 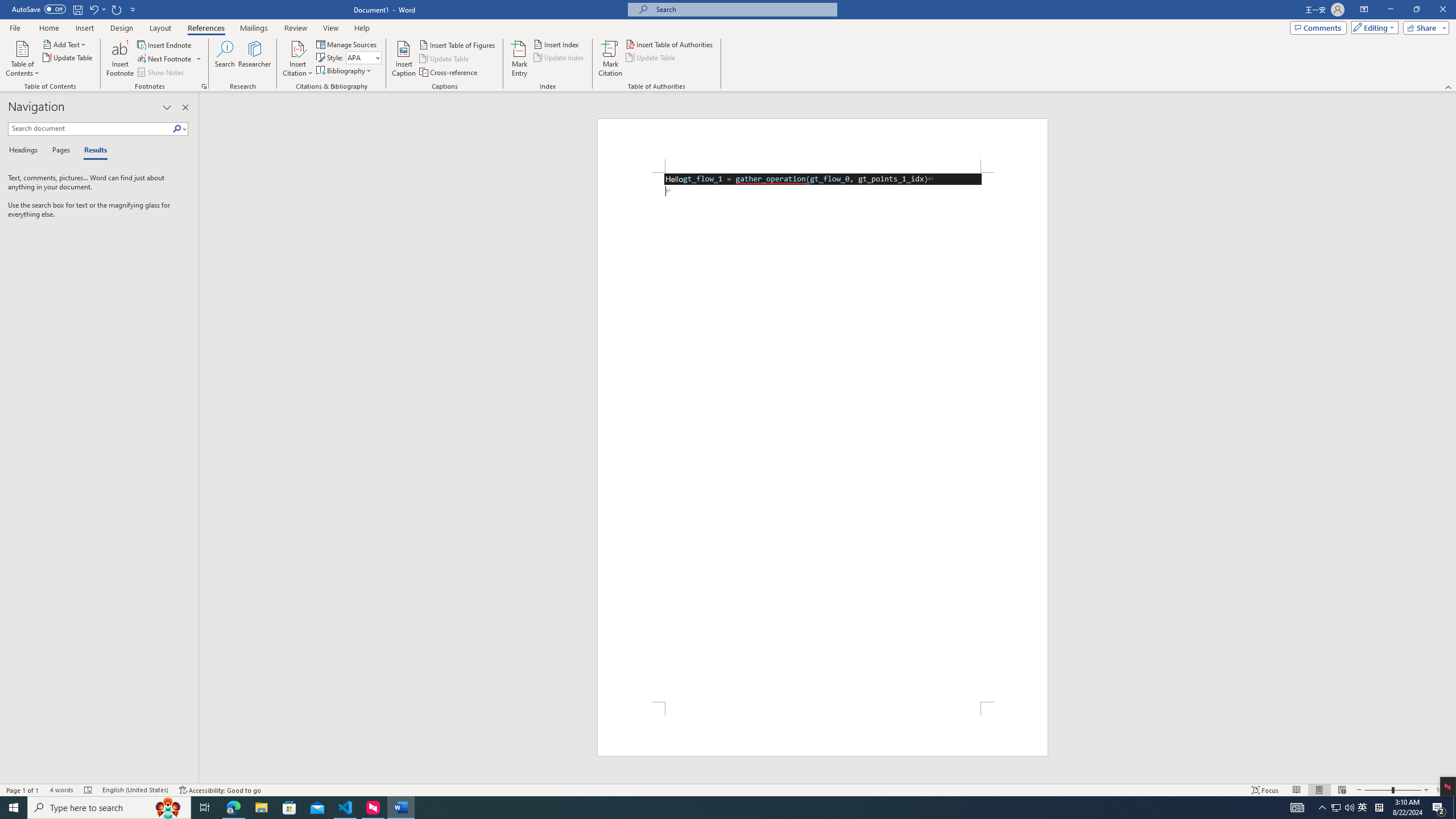 I want to click on 'Cross-reference...', so click(x=448, y=72).